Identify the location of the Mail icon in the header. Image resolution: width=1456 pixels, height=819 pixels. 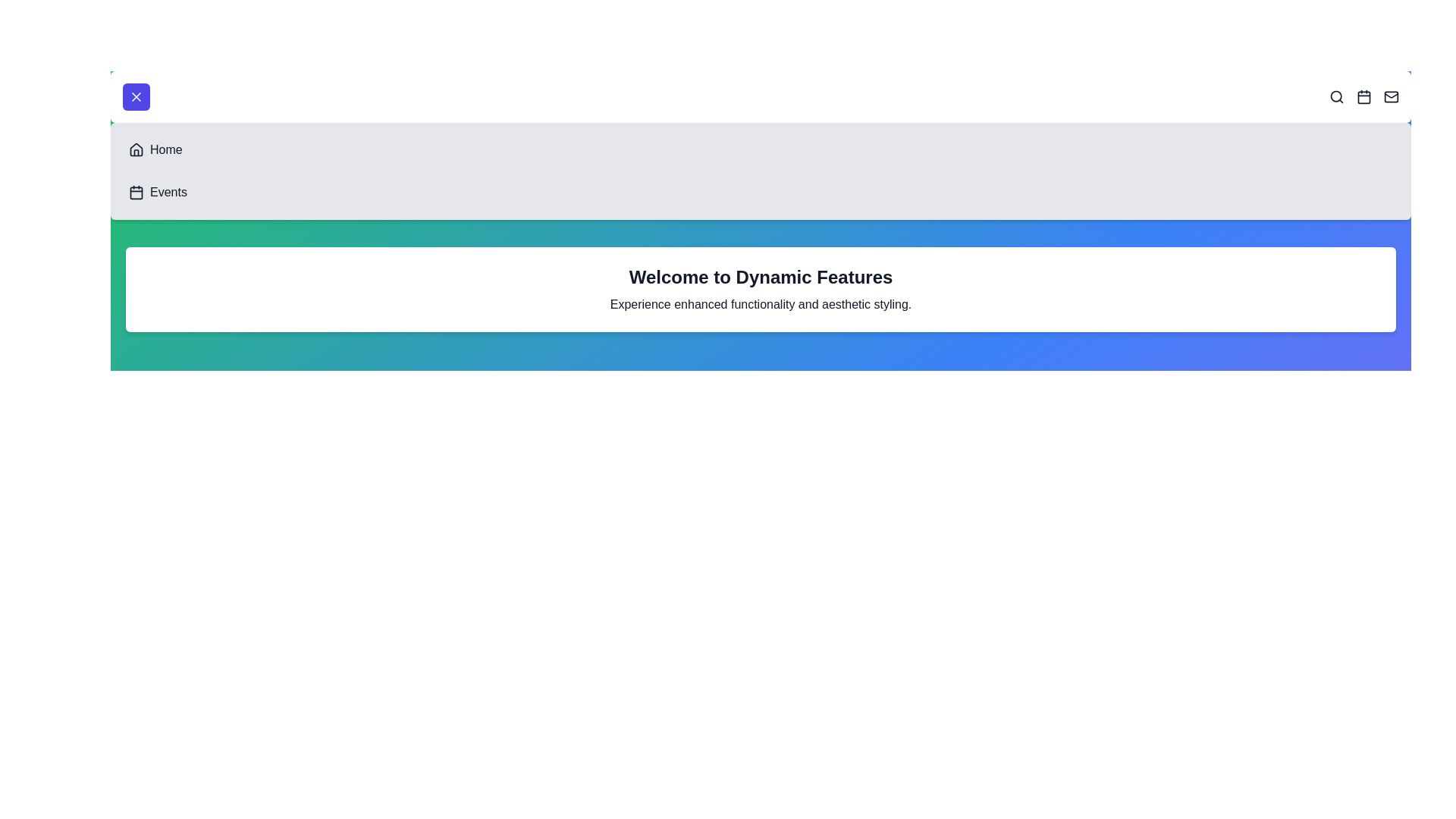
(1391, 96).